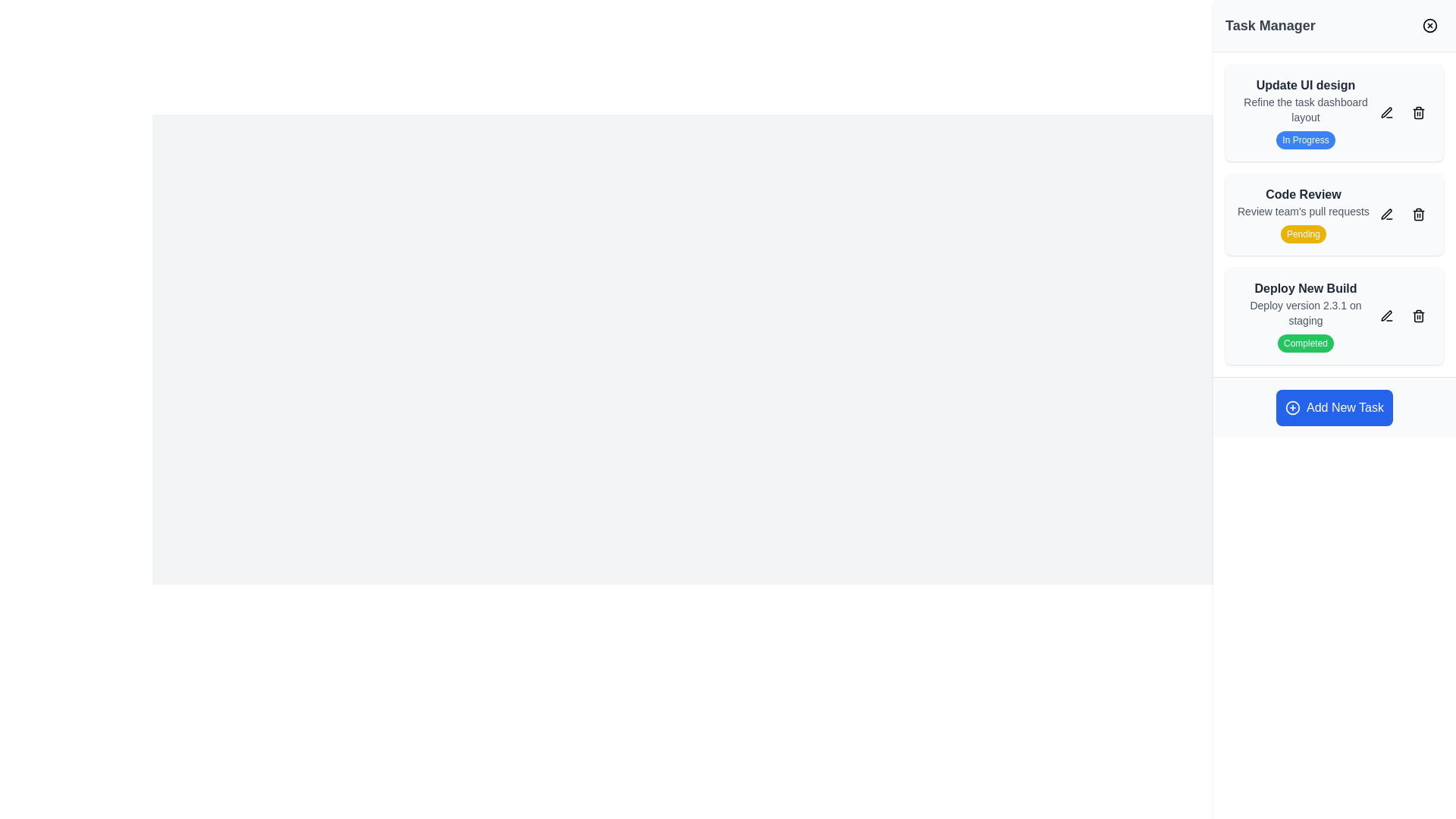 This screenshot has width=1456, height=819. What do you see at coordinates (1305, 289) in the screenshot?
I see `the bold text label 'Deploy New Build' located at the top of the third task entry in the task list` at bounding box center [1305, 289].